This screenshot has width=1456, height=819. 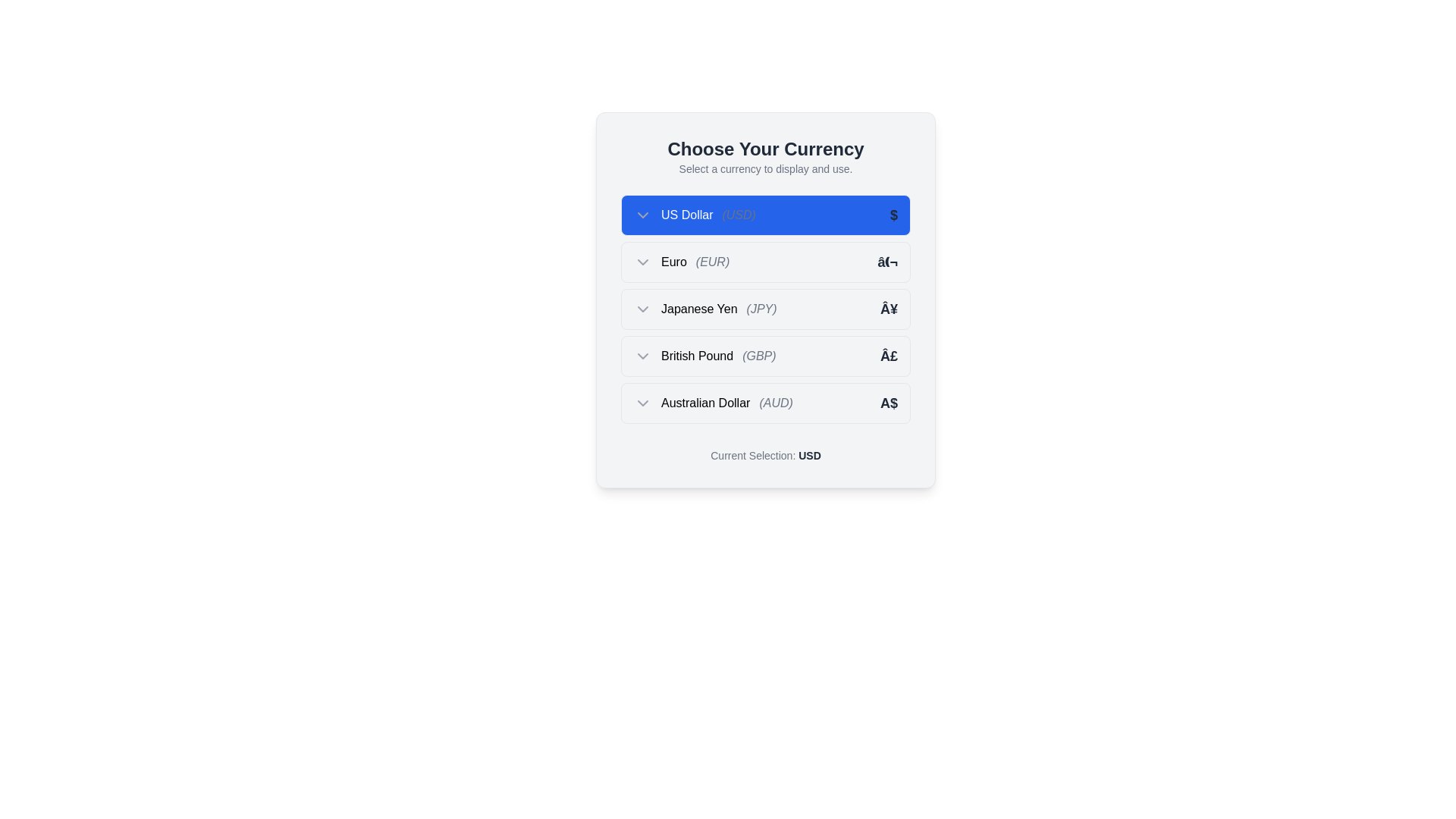 I want to click on the downward-pointing chevron icon located to the left of the 'US Dollar (USD)' text in the first row of the 'Choose Your Currency' dropdown menu, so click(x=643, y=215).